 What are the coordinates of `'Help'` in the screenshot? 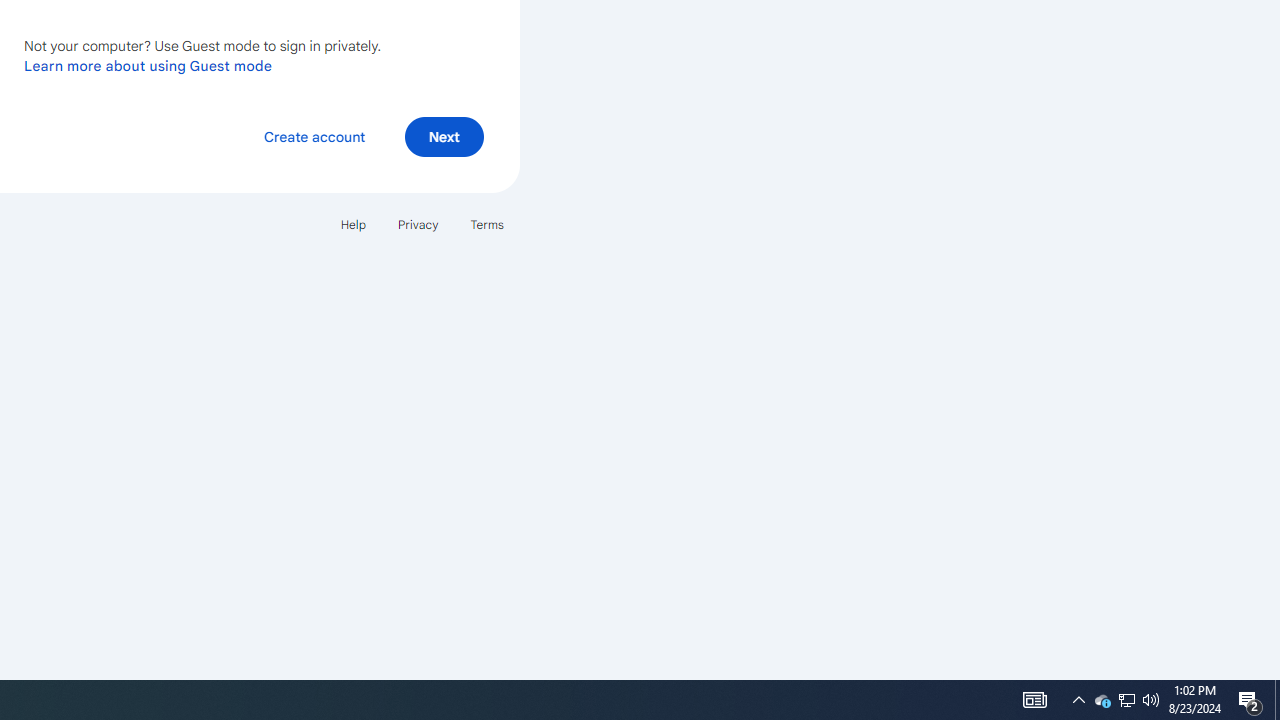 It's located at (352, 224).